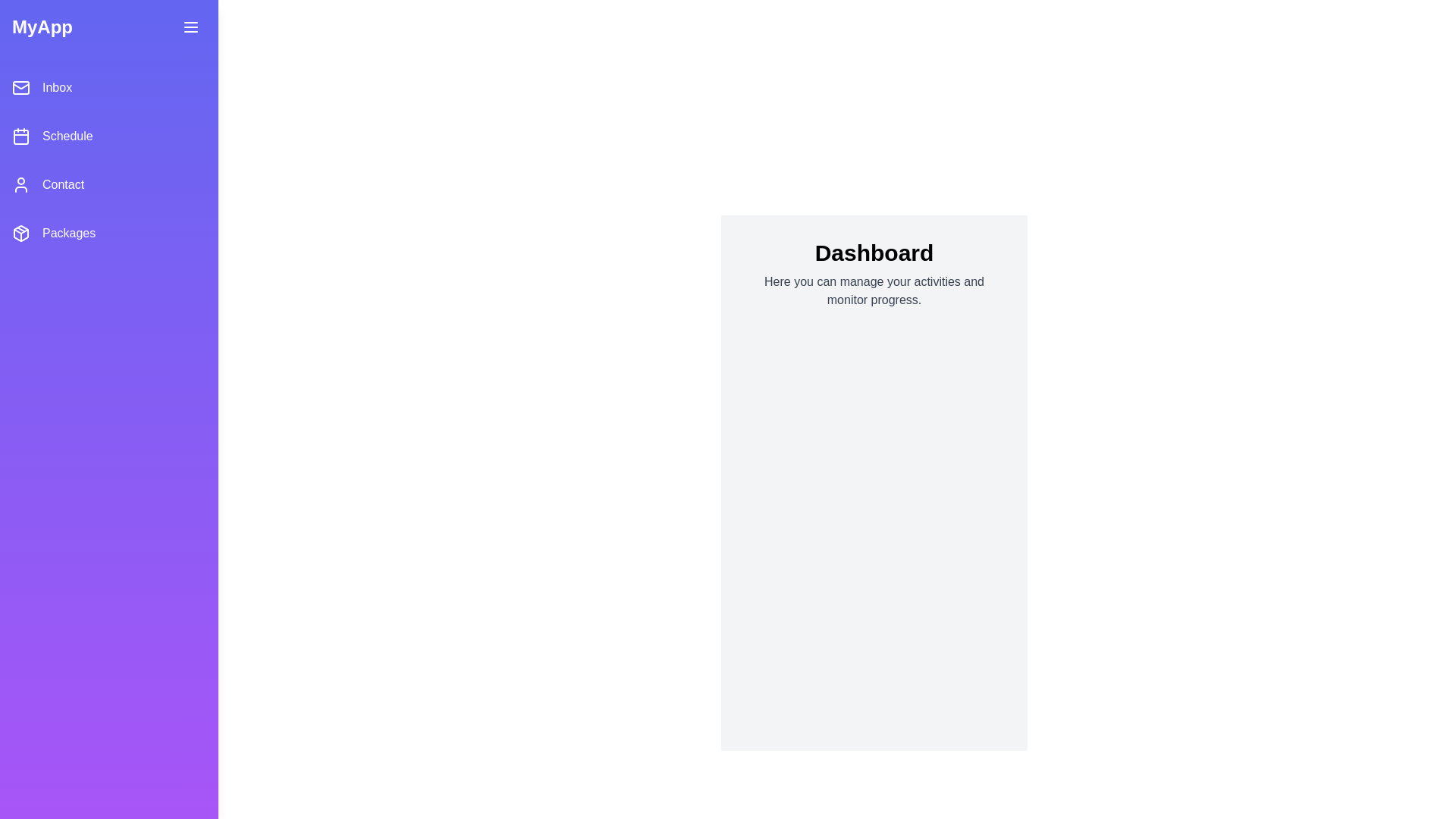 This screenshot has height=819, width=1456. What do you see at coordinates (108, 234) in the screenshot?
I see `the menu item labeled Packages to navigate to the corresponding section` at bounding box center [108, 234].